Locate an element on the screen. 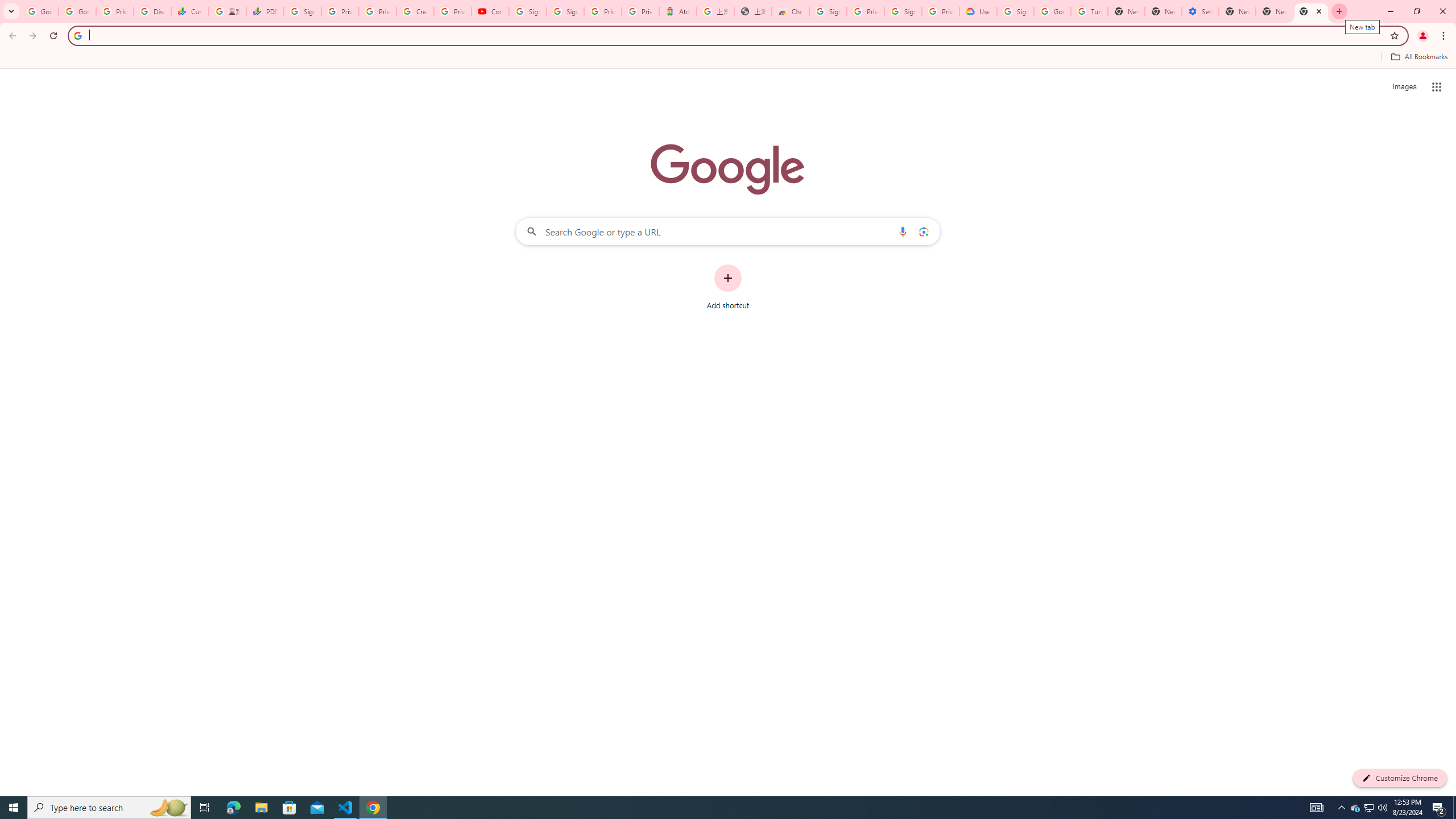  'Sign in - Google Accounts' is located at coordinates (565, 11).